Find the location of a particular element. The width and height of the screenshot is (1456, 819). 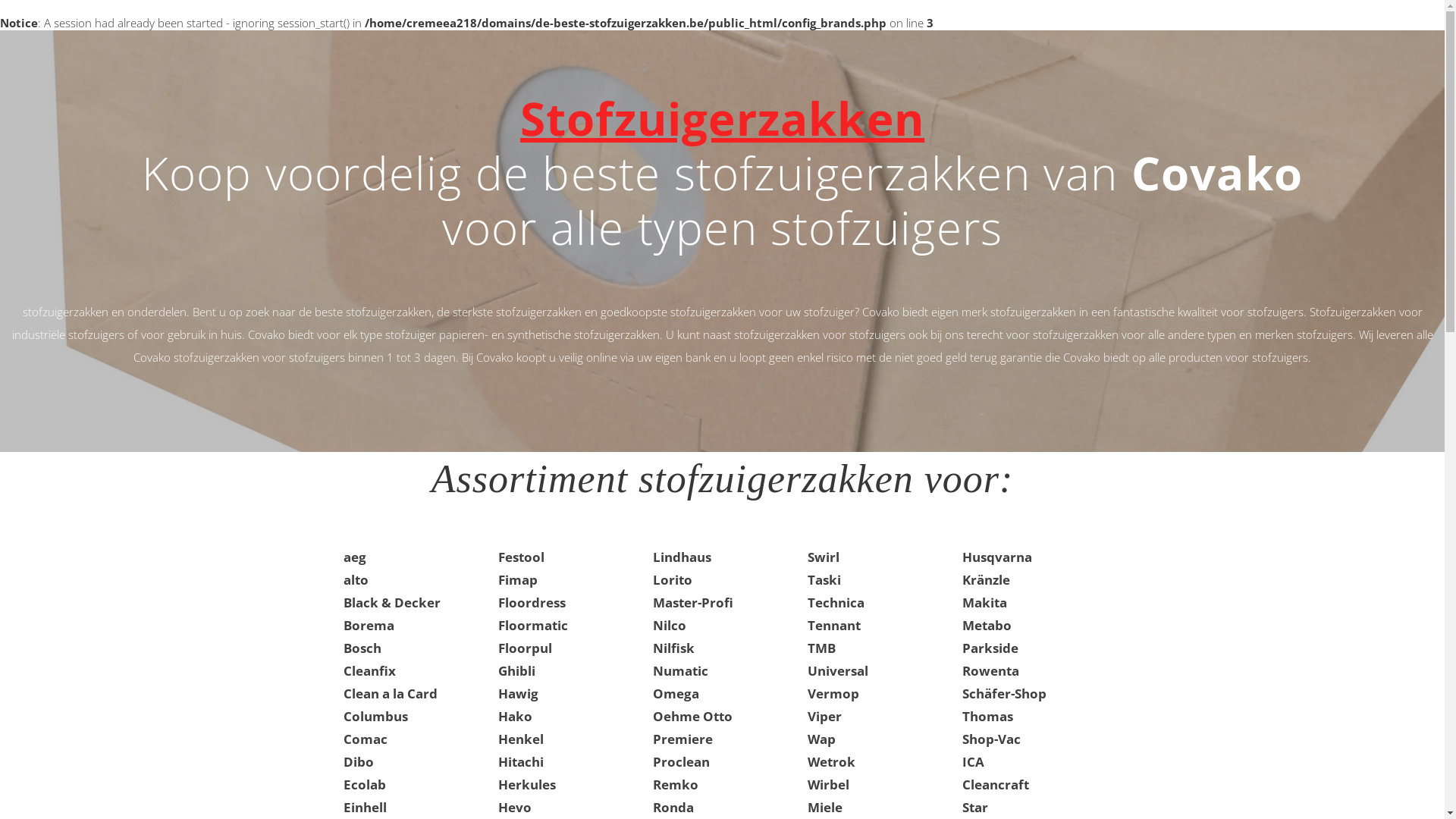

'Hitachi' is located at coordinates (497, 761).